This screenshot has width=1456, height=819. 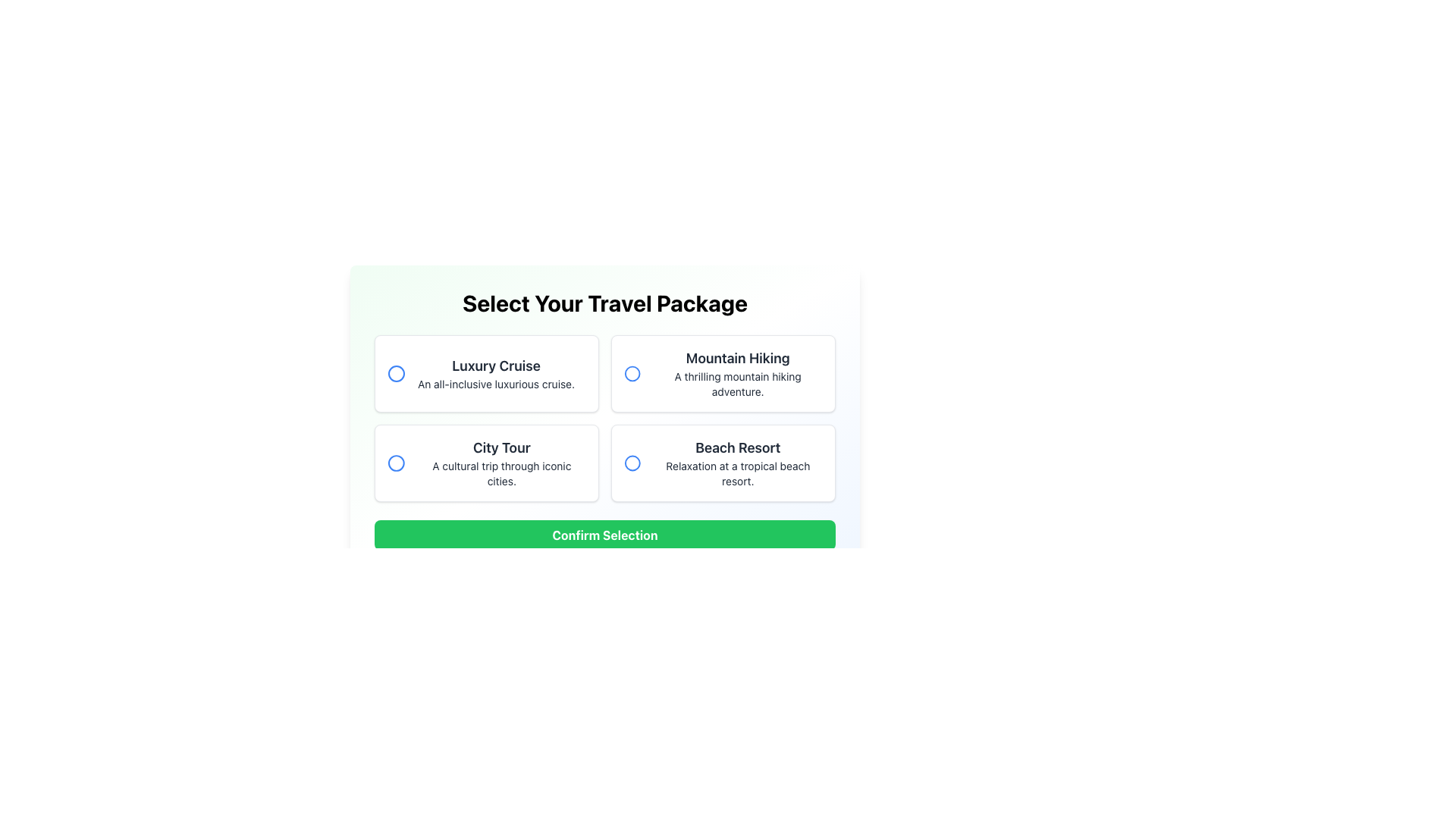 I want to click on the circular radio button with a blue outline located to the left of the text 'City Tour A cultural trip through iconic cities.', so click(x=396, y=462).